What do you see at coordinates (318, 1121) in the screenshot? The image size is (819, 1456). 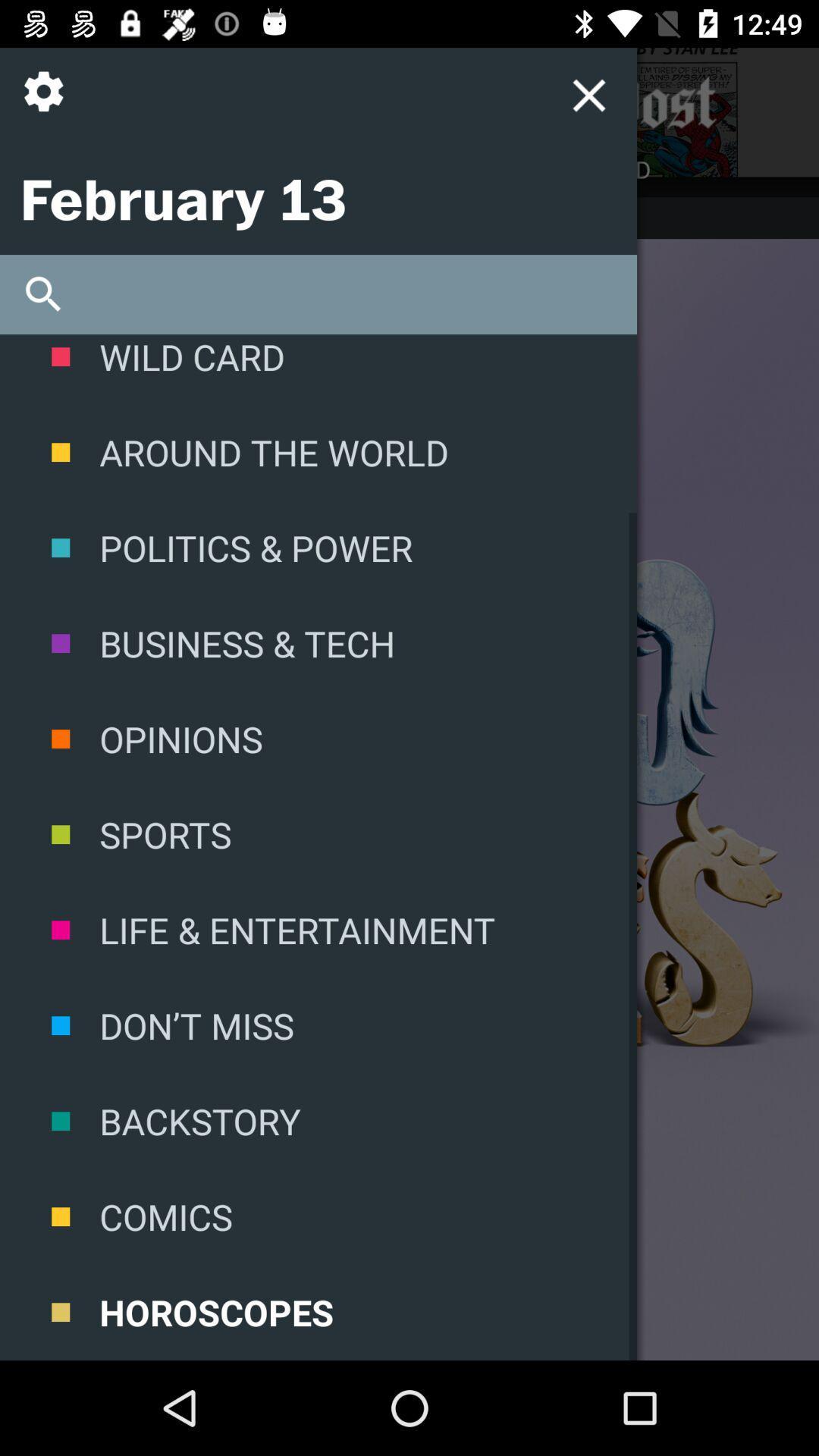 I see `backstory icon` at bounding box center [318, 1121].